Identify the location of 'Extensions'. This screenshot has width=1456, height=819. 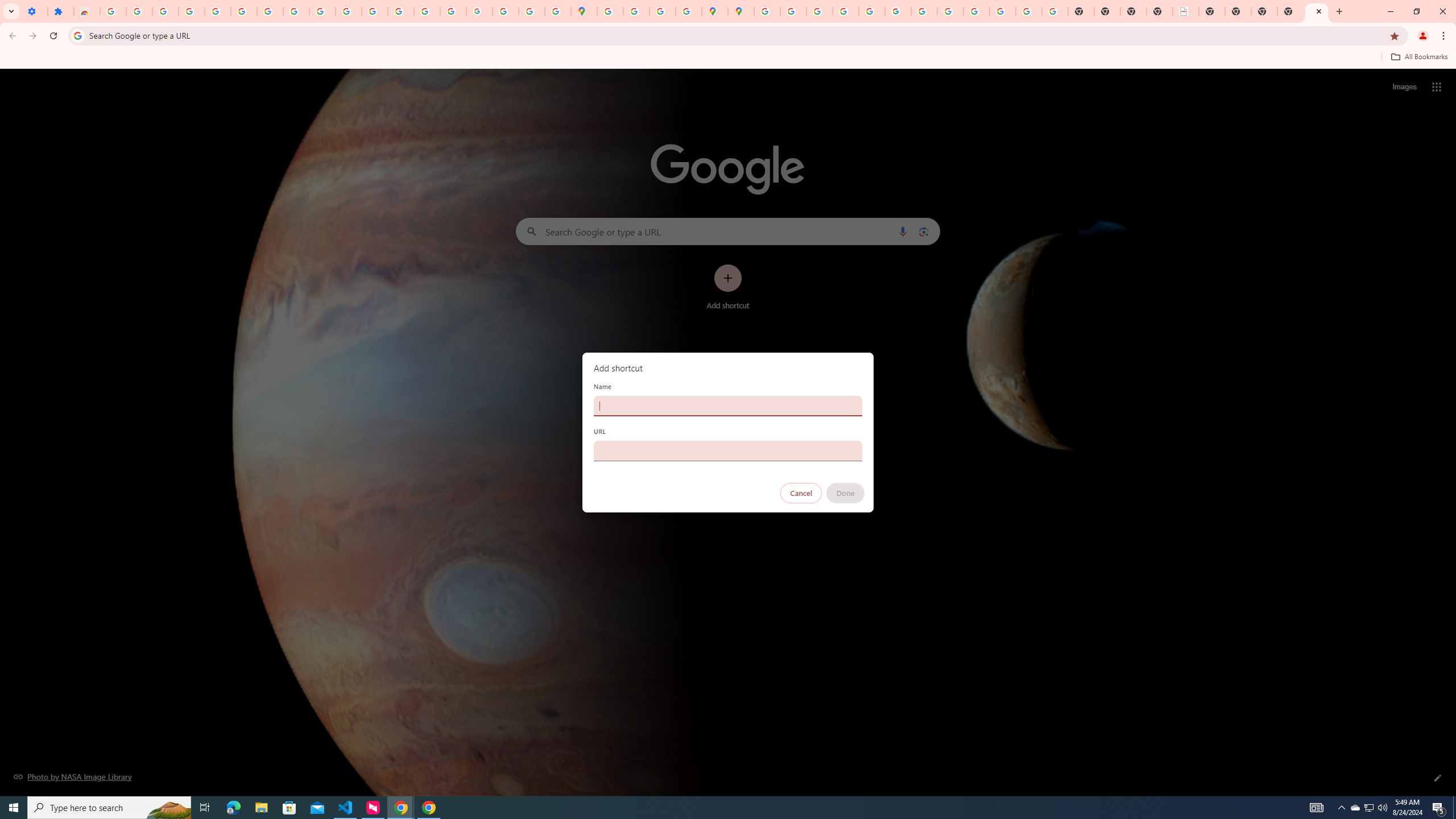
(60, 11).